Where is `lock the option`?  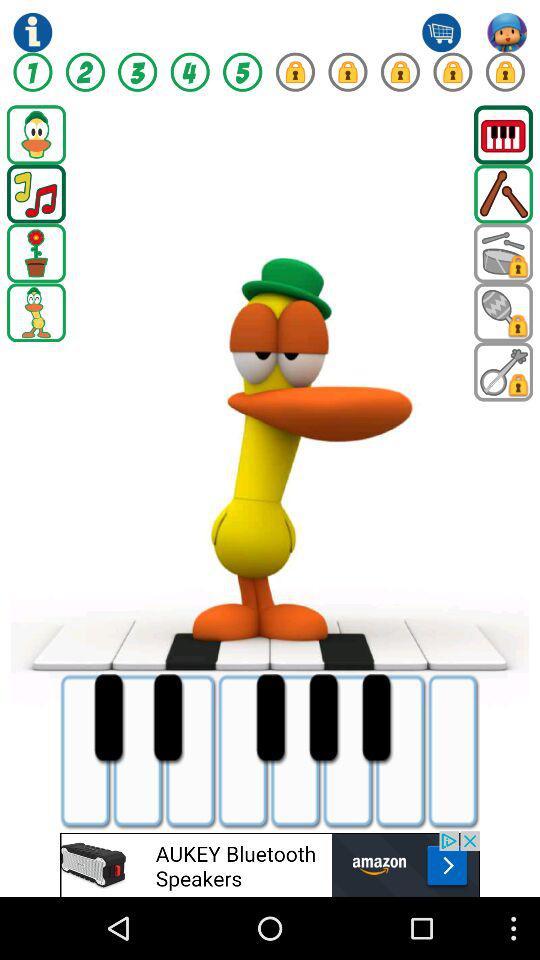
lock the option is located at coordinates (294, 72).